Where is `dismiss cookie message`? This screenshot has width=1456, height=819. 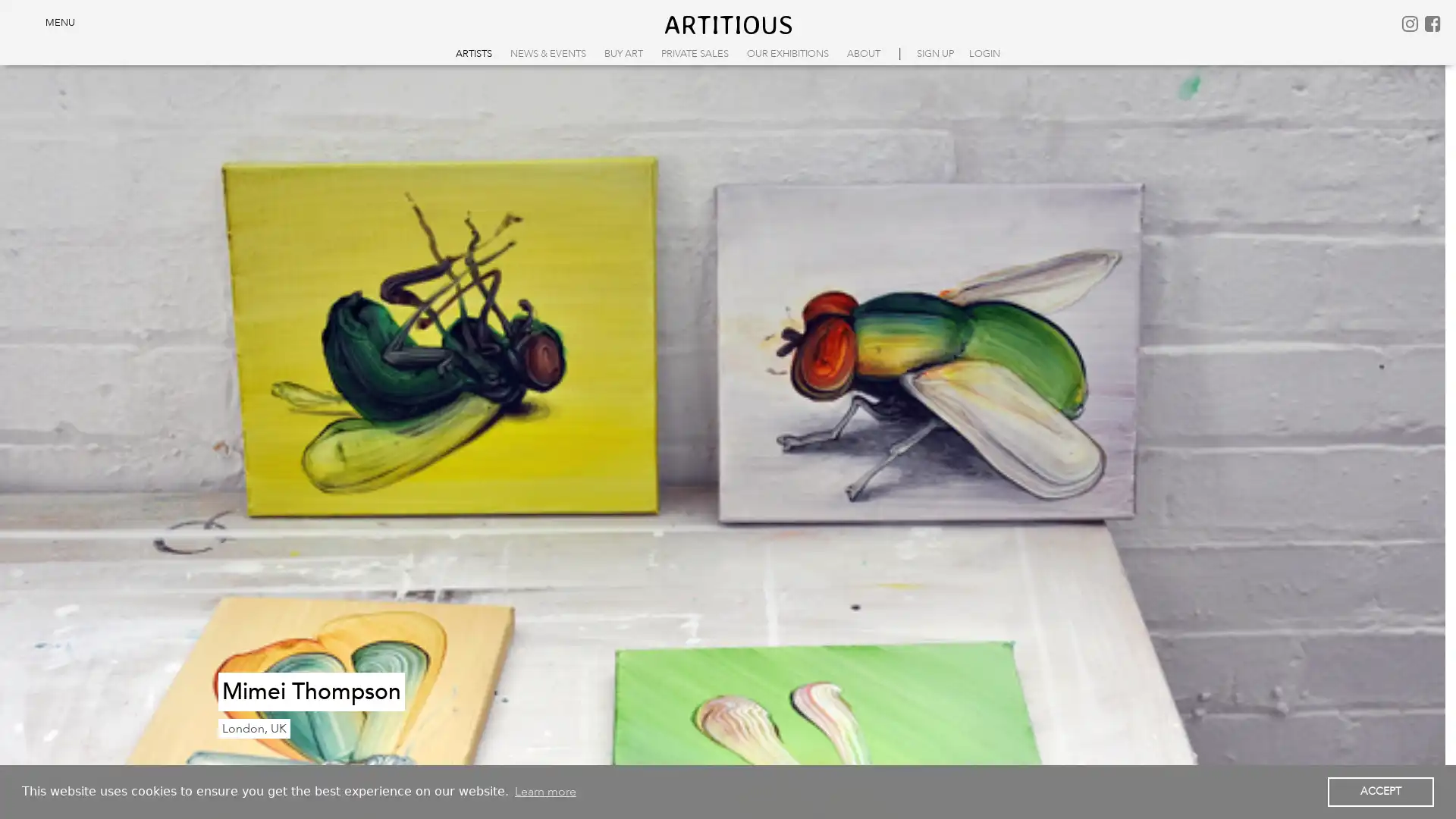
dismiss cookie message is located at coordinates (1380, 791).